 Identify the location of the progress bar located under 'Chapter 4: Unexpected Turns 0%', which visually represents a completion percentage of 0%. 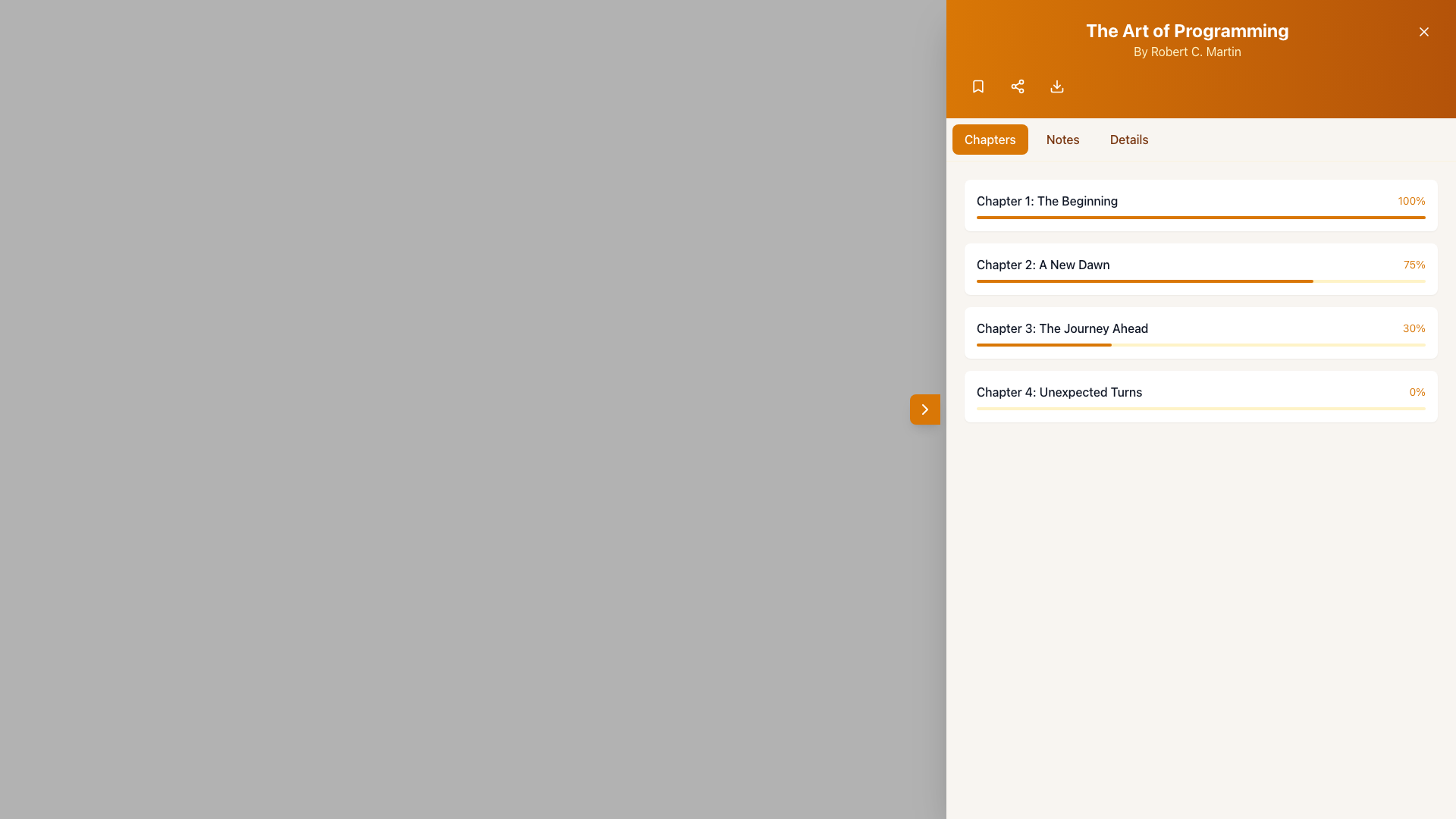
(1200, 408).